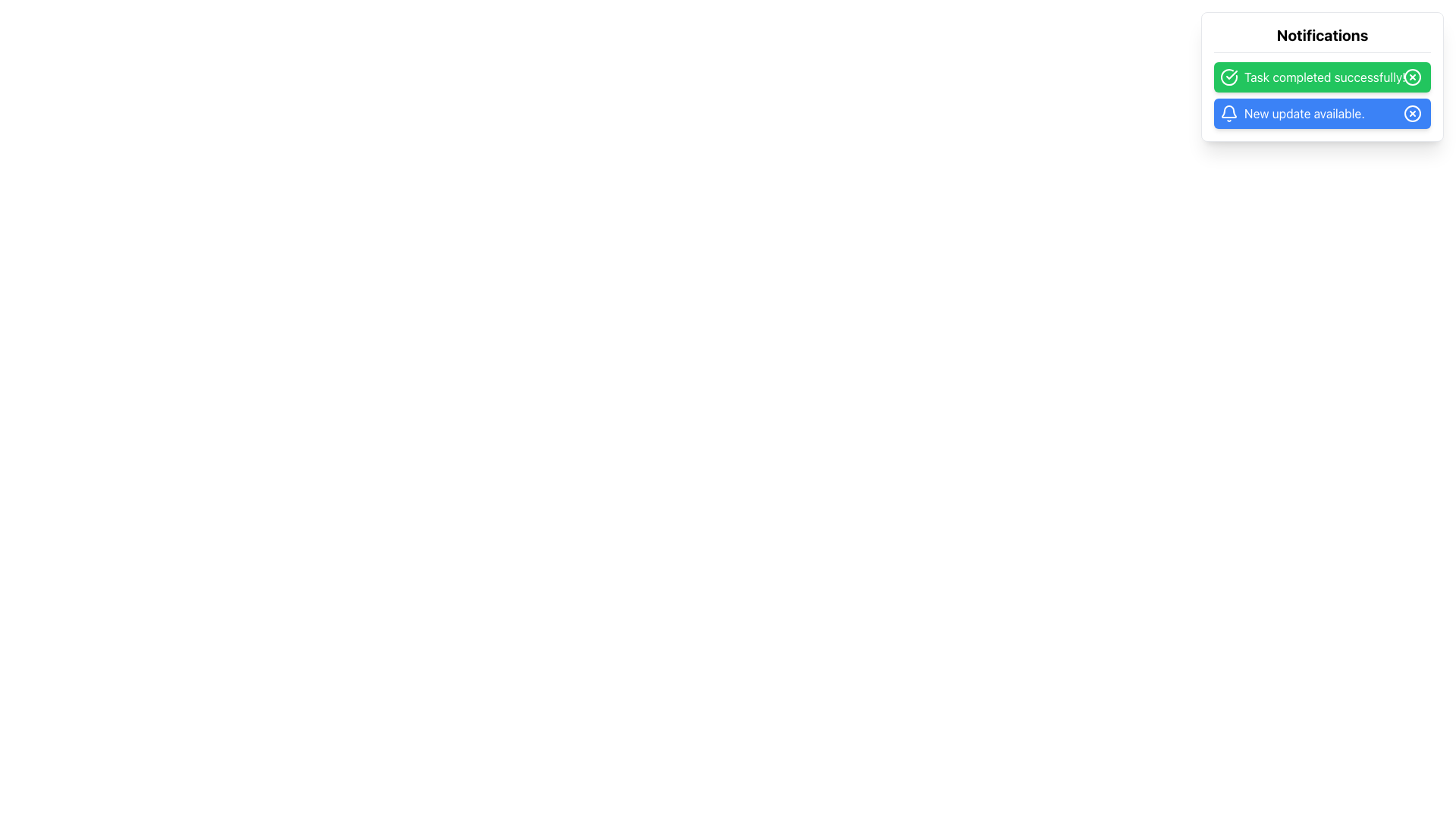  I want to click on the close button located at the top-right corner of the task notification box labeled 'Task completed successfully', so click(1411, 77).